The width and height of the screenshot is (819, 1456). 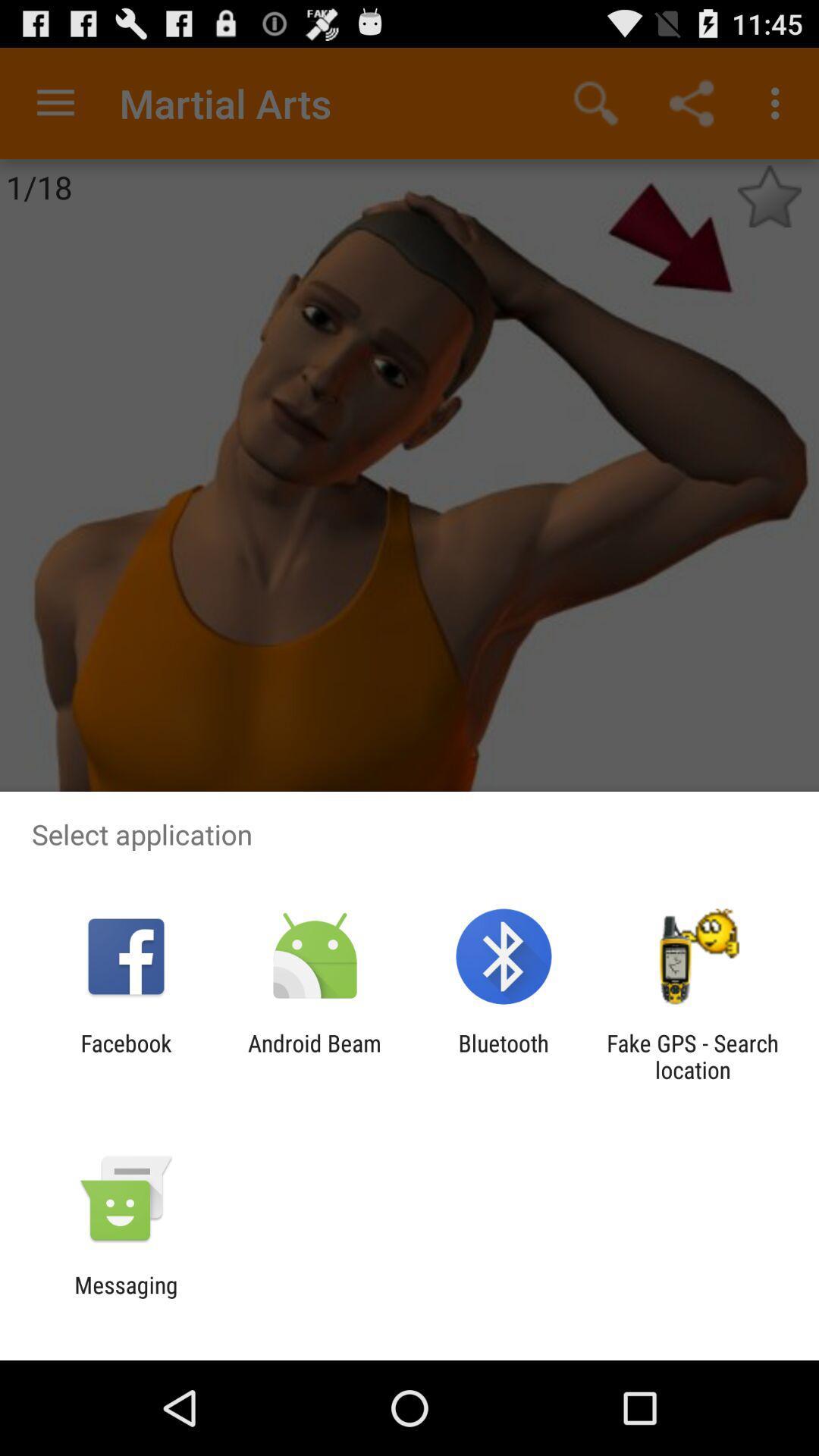 What do you see at coordinates (504, 1056) in the screenshot?
I see `app next to fake gps search app` at bounding box center [504, 1056].